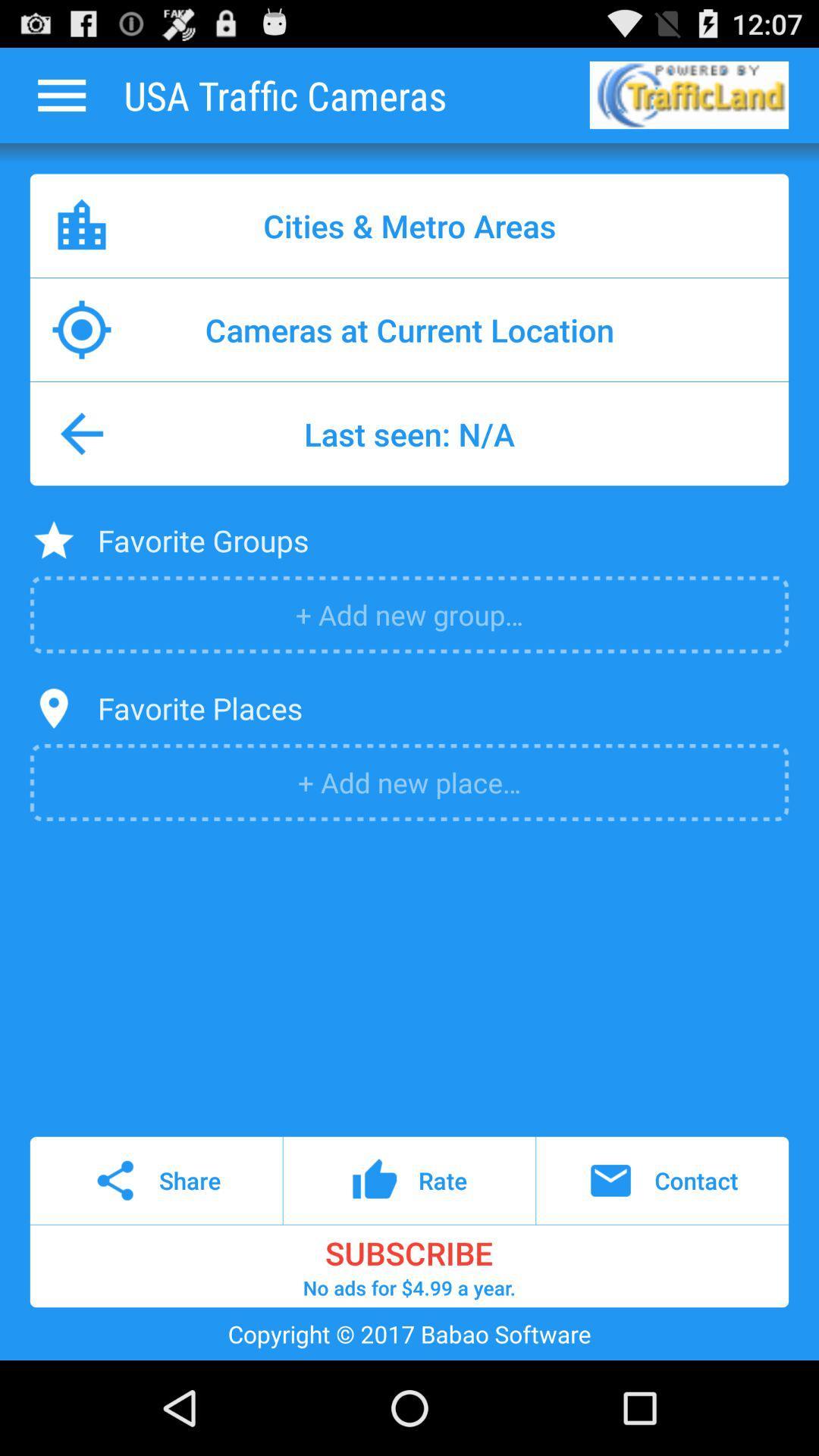 This screenshot has height=1456, width=819. What do you see at coordinates (53, 708) in the screenshot?
I see `the item to the left of favorite places icon` at bounding box center [53, 708].